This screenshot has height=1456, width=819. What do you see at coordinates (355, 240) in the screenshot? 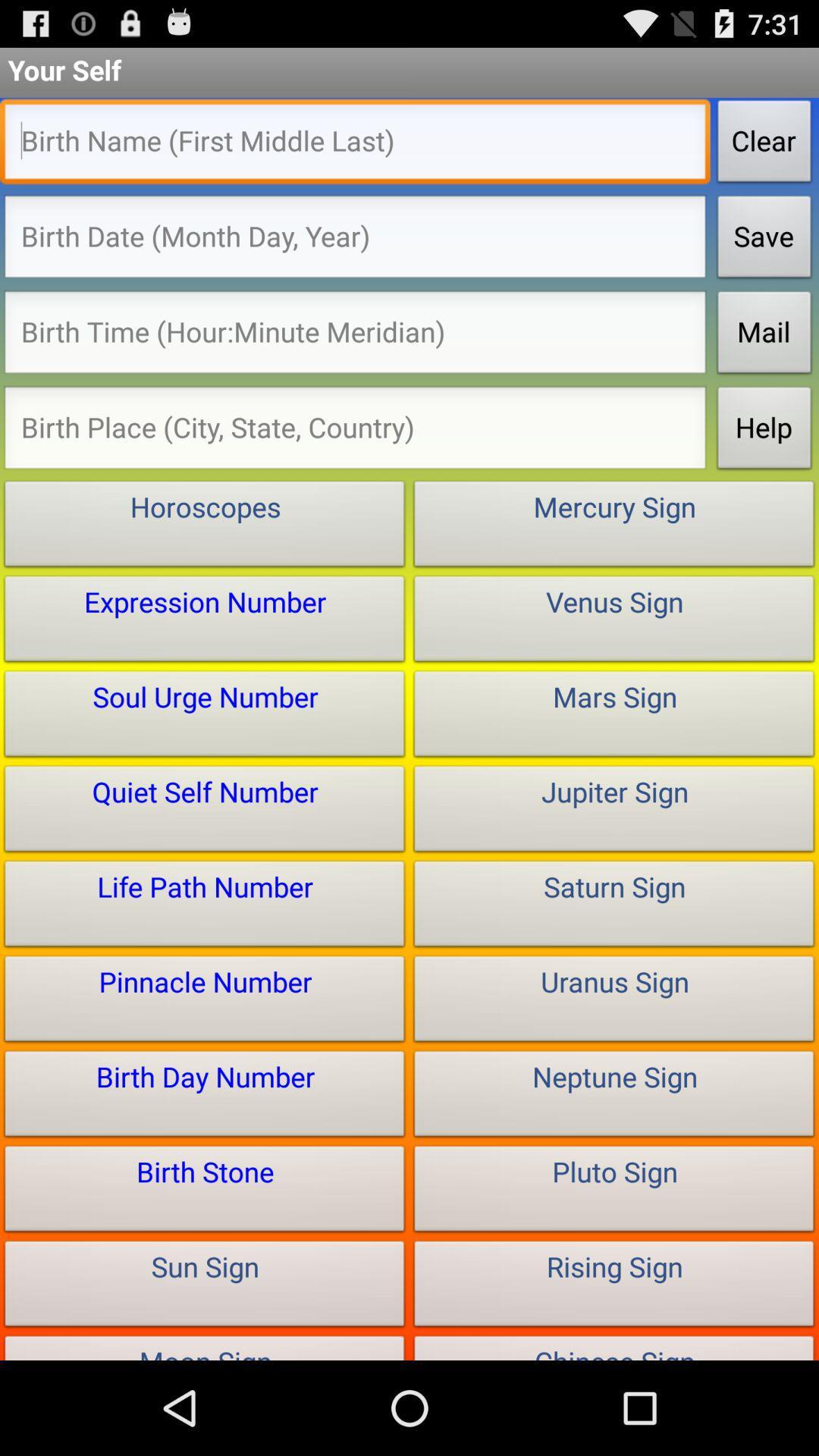
I see `type birthdate` at bounding box center [355, 240].